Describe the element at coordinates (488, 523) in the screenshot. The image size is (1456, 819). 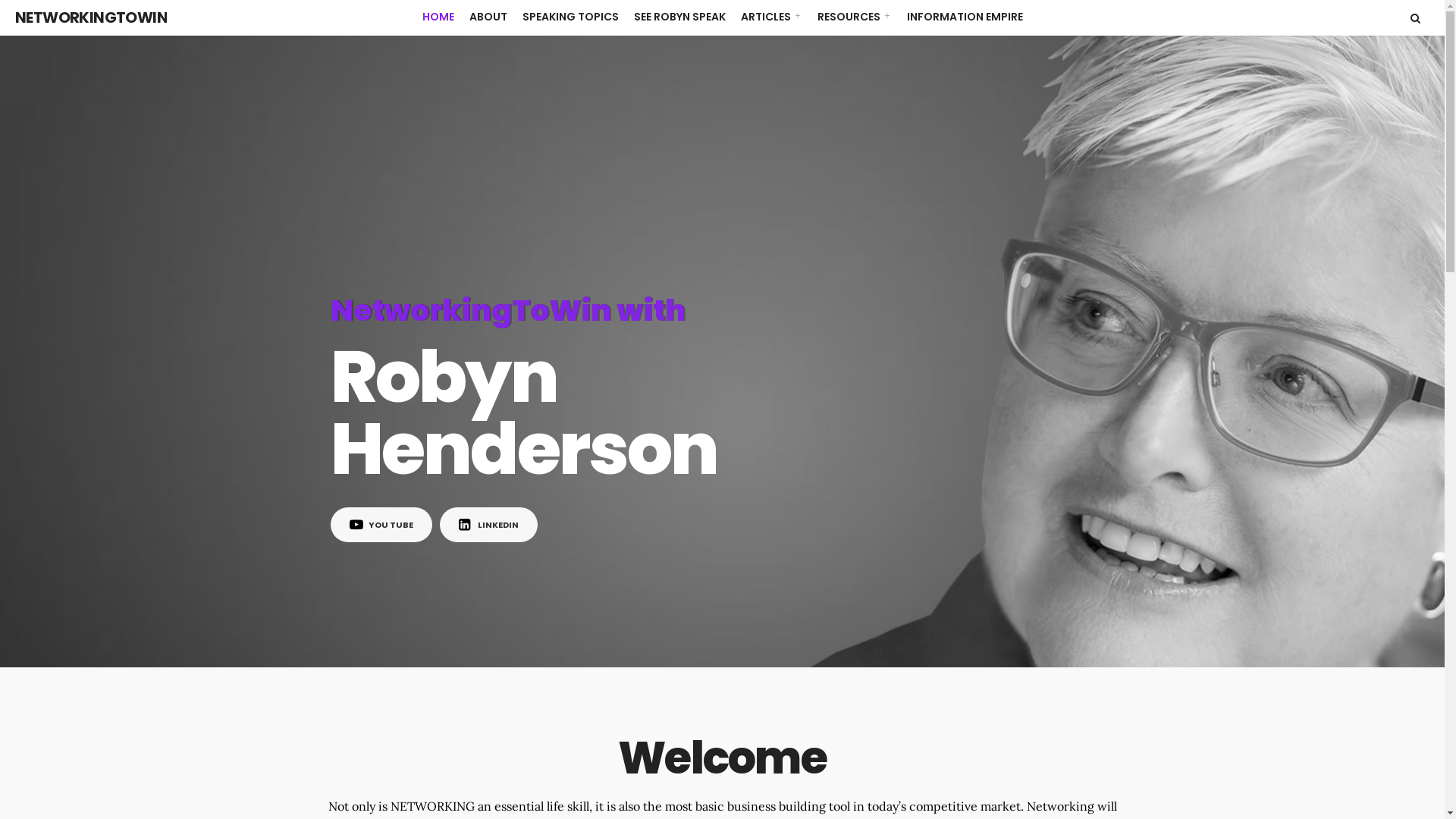
I see `'LINKEDIN'` at that location.